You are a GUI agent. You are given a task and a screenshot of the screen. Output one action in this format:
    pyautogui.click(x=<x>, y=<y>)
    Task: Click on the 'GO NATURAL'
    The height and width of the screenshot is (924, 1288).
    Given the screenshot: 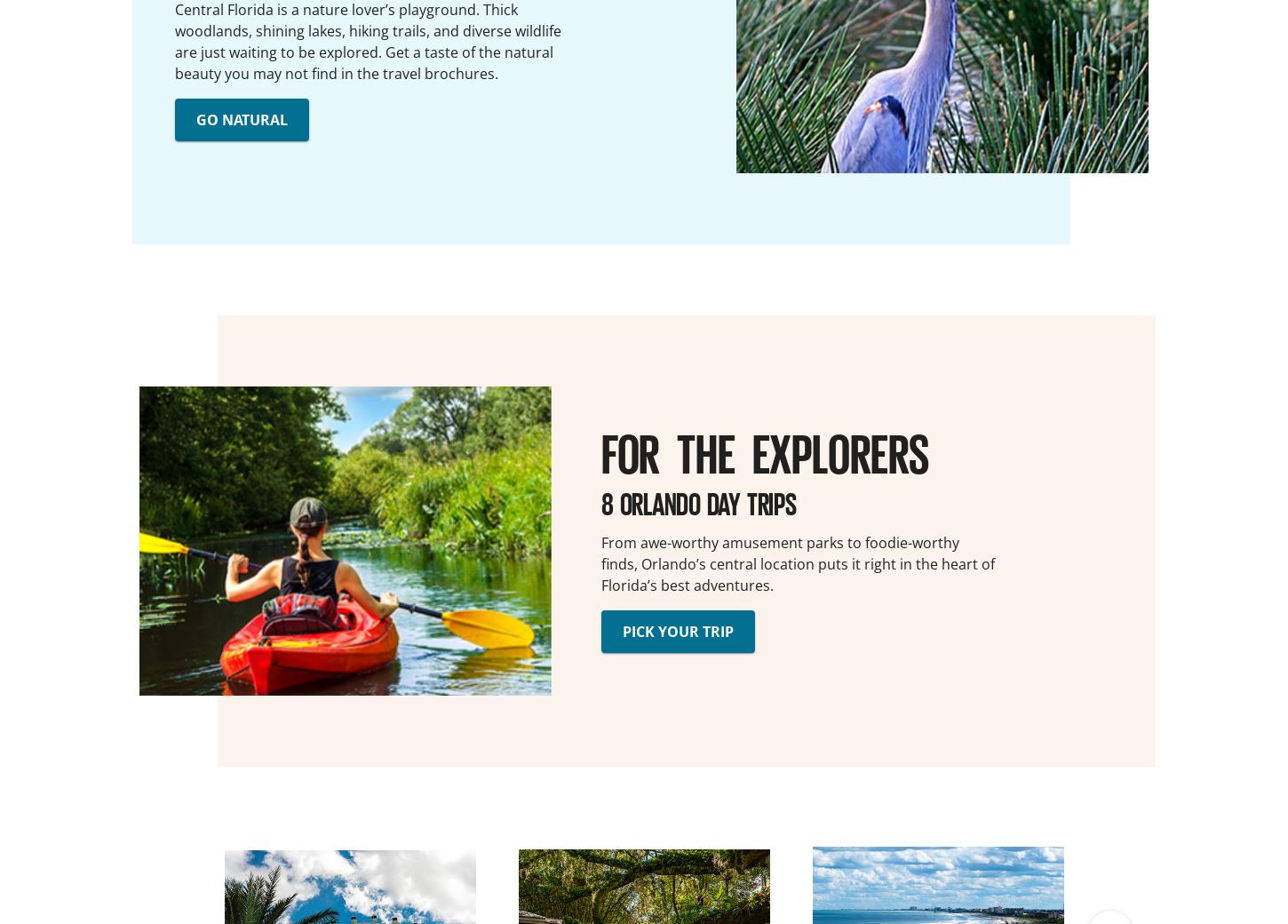 What is the action you would take?
    pyautogui.click(x=242, y=118)
    